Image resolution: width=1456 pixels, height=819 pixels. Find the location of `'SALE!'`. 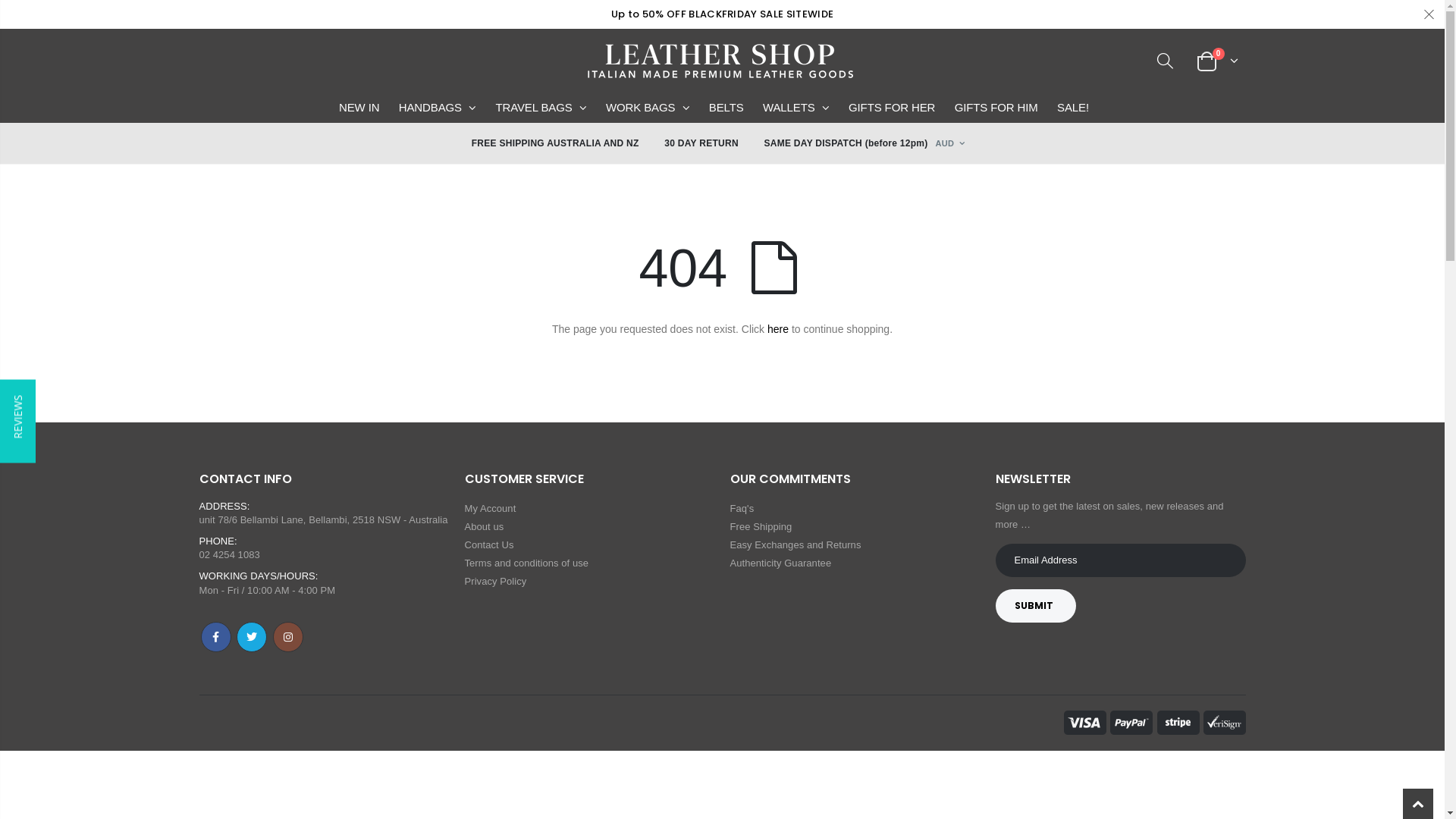

'SALE!' is located at coordinates (1080, 102).